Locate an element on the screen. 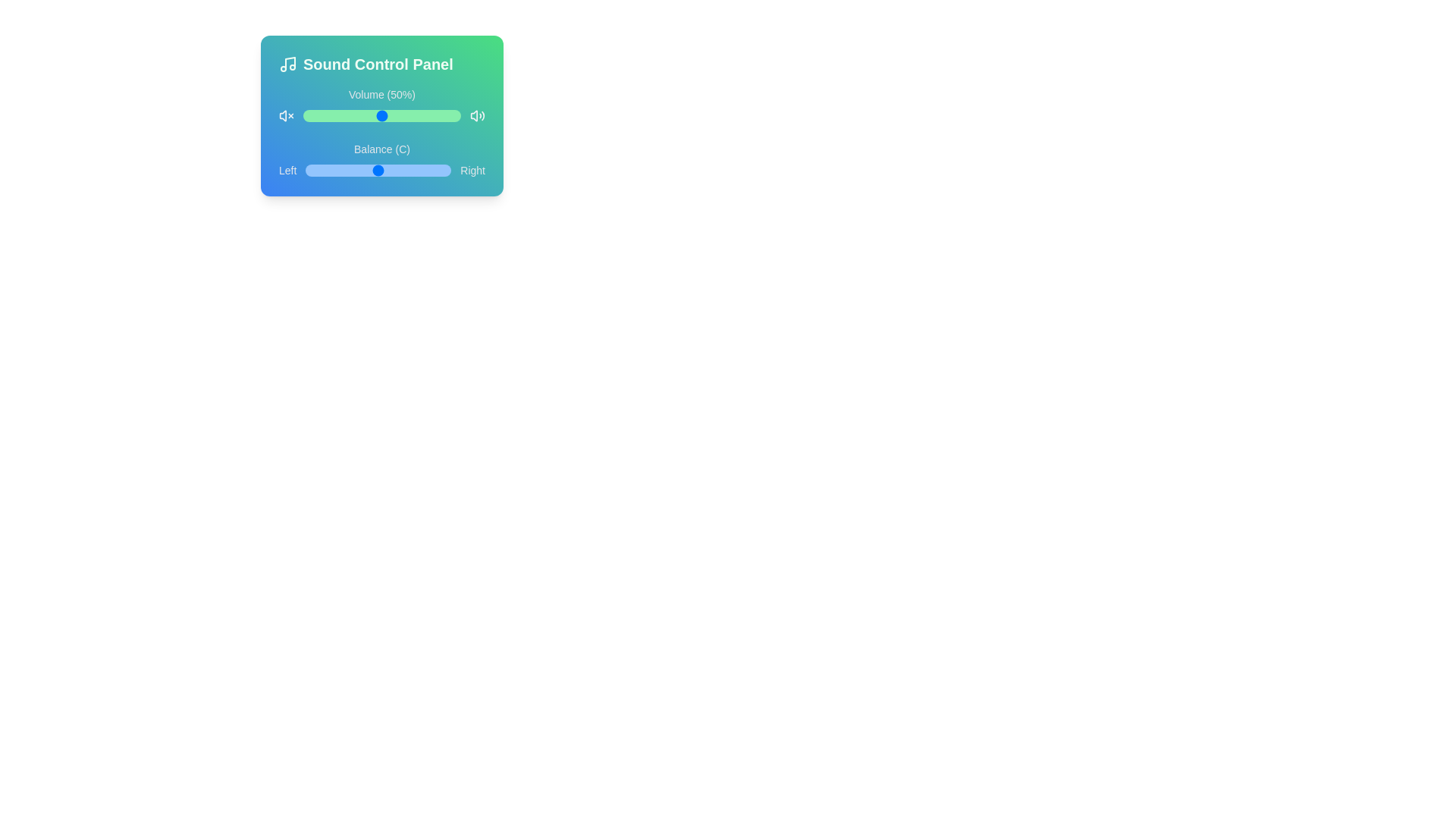 This screenshot has height=819, width=1456. the volume level is located at coordinates (309, 115).